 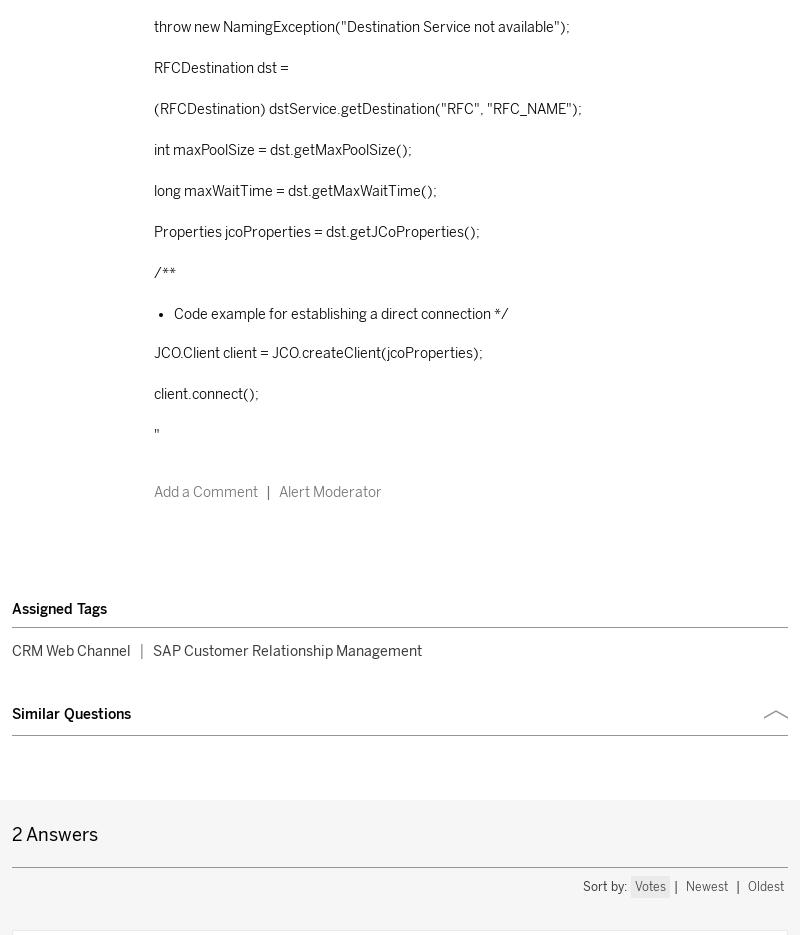 What do you see at coordinates (315, 231) in the screenshot?
I see `'Properties jcoProperties = dst.getJCoProperties();'` at bounding box center [315, 231].